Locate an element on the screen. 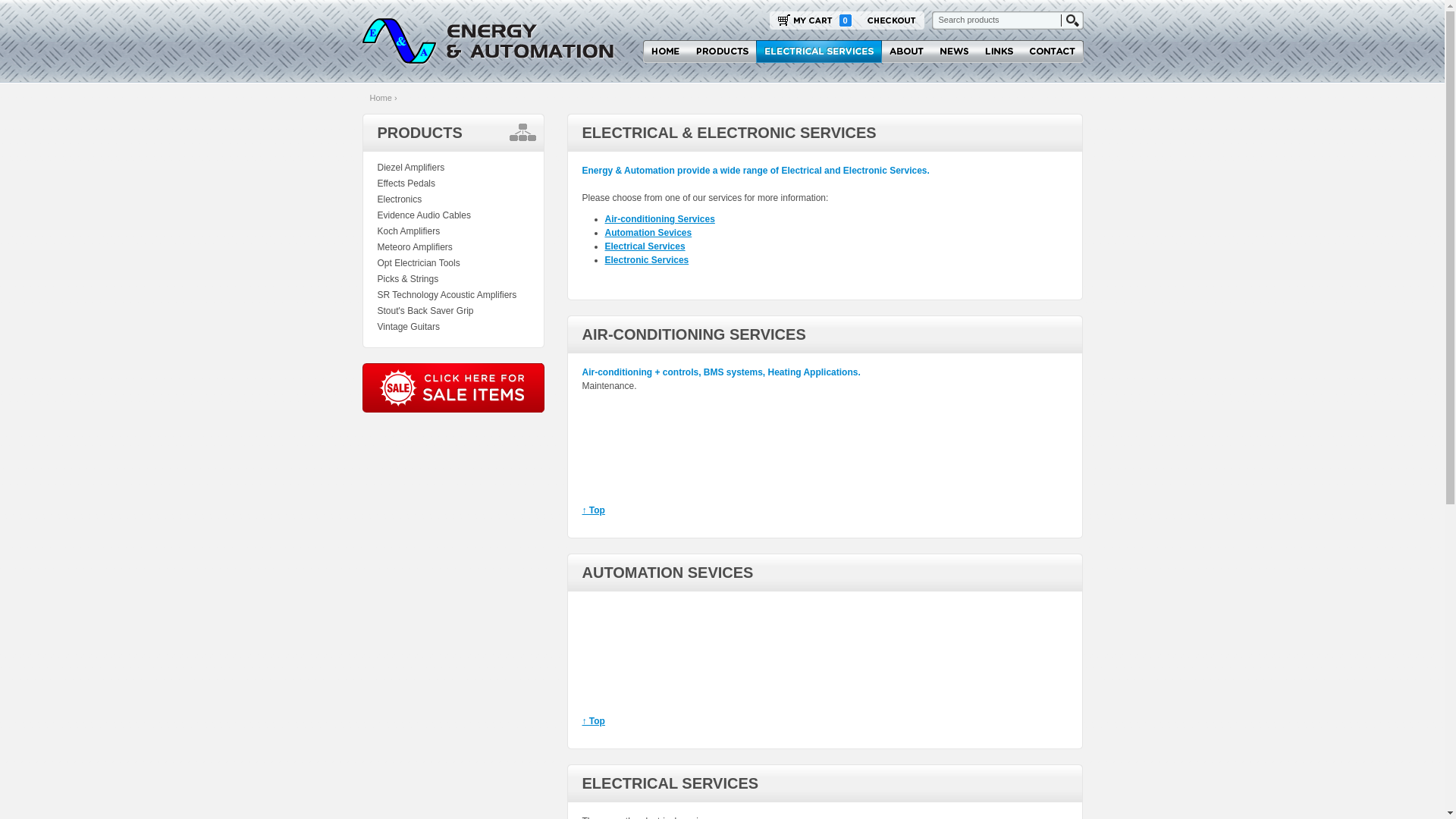 The height and width of the screenshot is (819, 1456). 'Home' is located at coordinates (381, 97).